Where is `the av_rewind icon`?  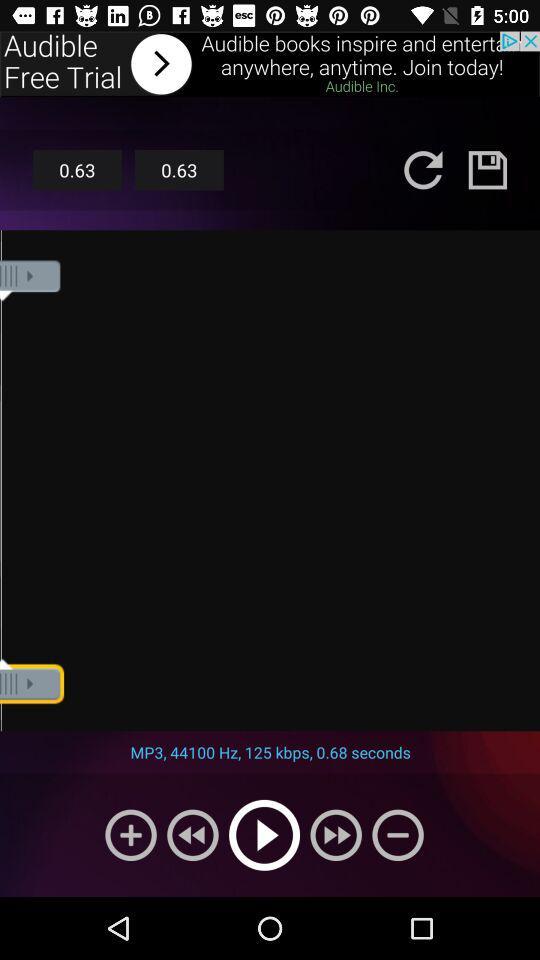
the av_rewind icon is located at coordinates (192, 835).